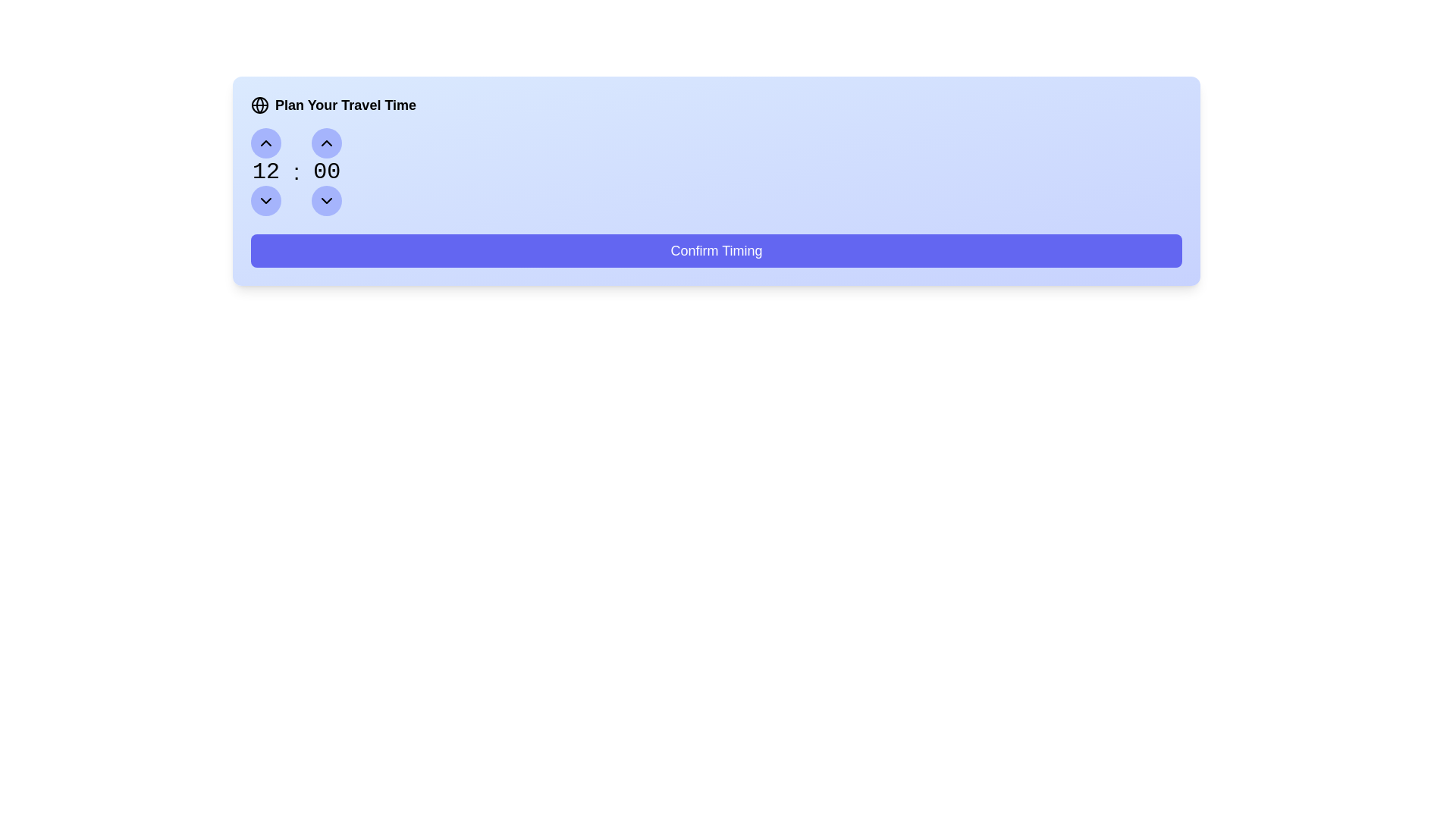  Describe the element at coordinates (265, 171) in the screenshot. I see `value displayed in the text label showing the number '12', which is centered in the first column of the two-segment time selector and located between an upward and downward arrow` at that location.